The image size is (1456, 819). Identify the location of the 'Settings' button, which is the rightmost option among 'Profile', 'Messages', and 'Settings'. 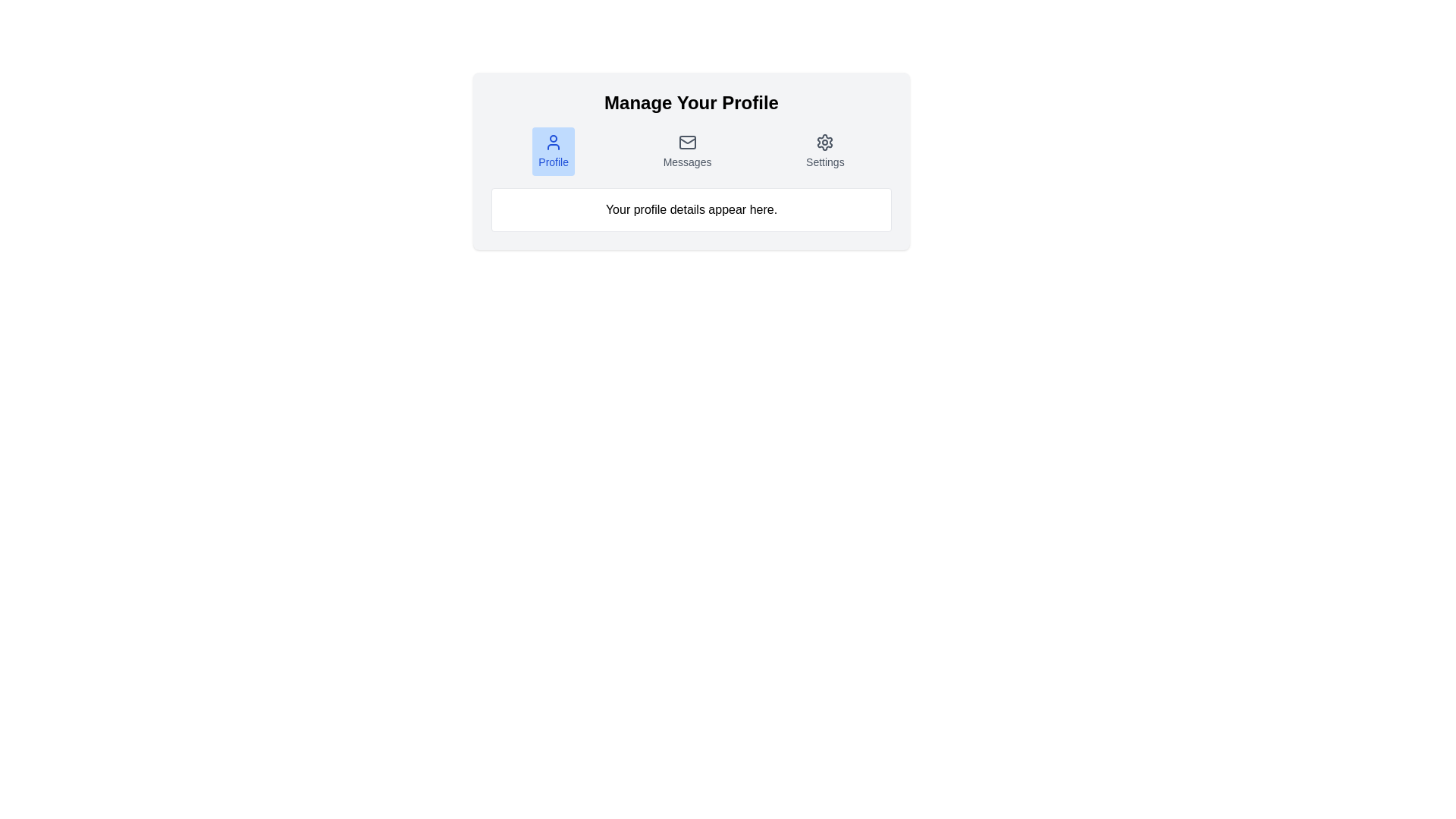
(824, 152).